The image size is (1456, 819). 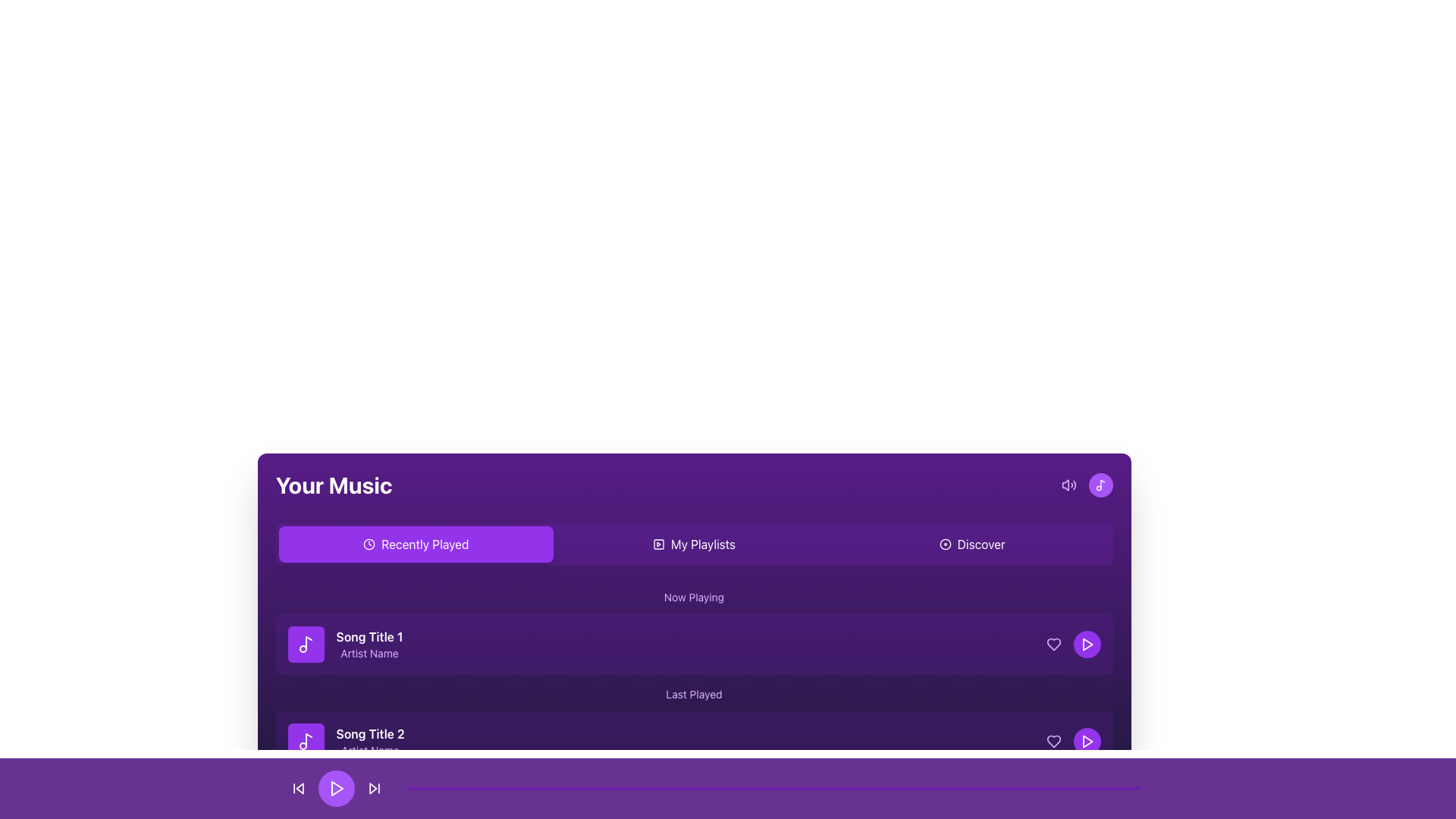 I want to click on the volume icon characterized by sound waves emanating from a speaker cone in the upper-right corner of the interface, so click(x=1064, y=485).